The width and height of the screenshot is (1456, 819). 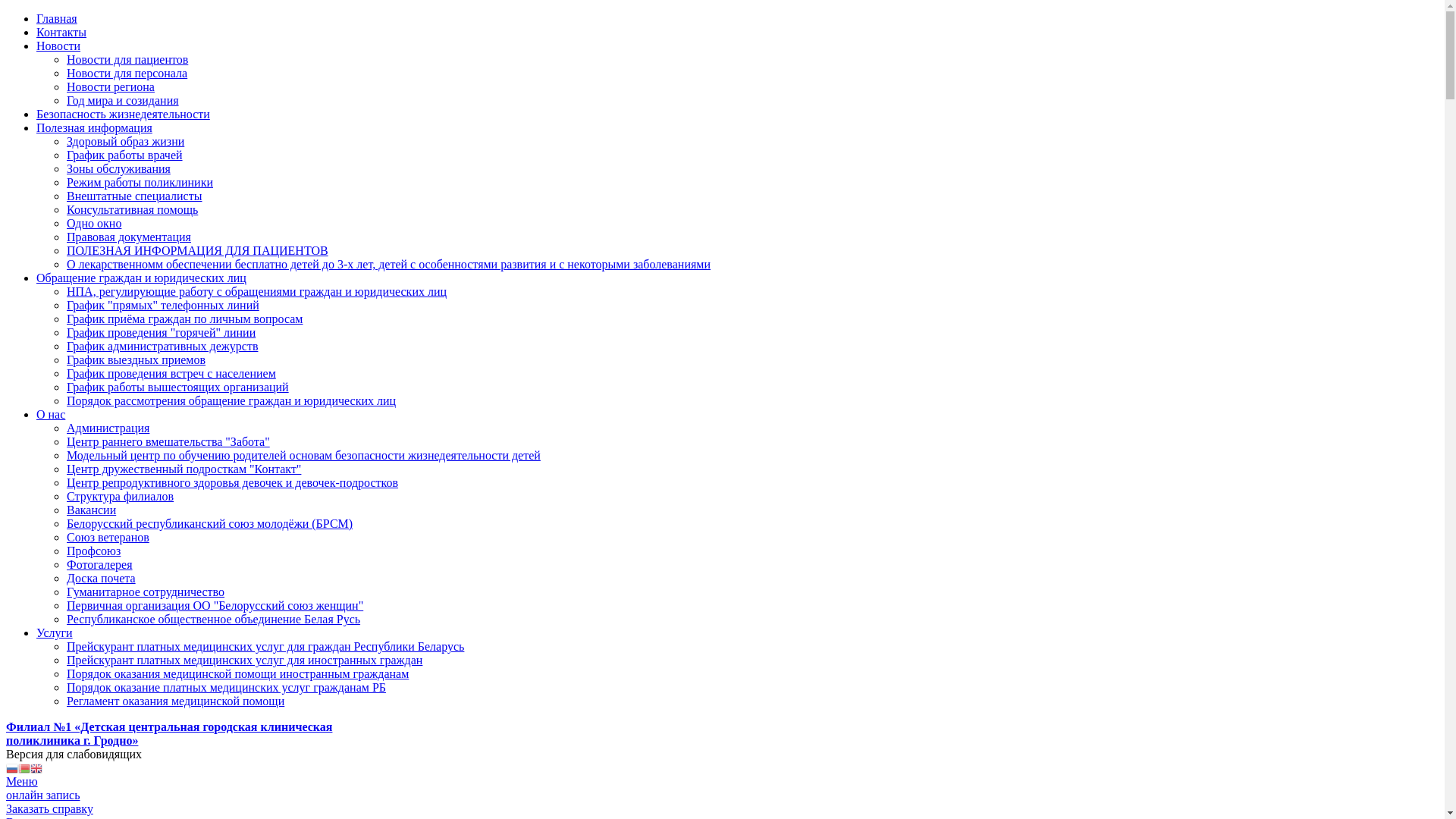 I want to click on 'English', so click(x=36, y=767).